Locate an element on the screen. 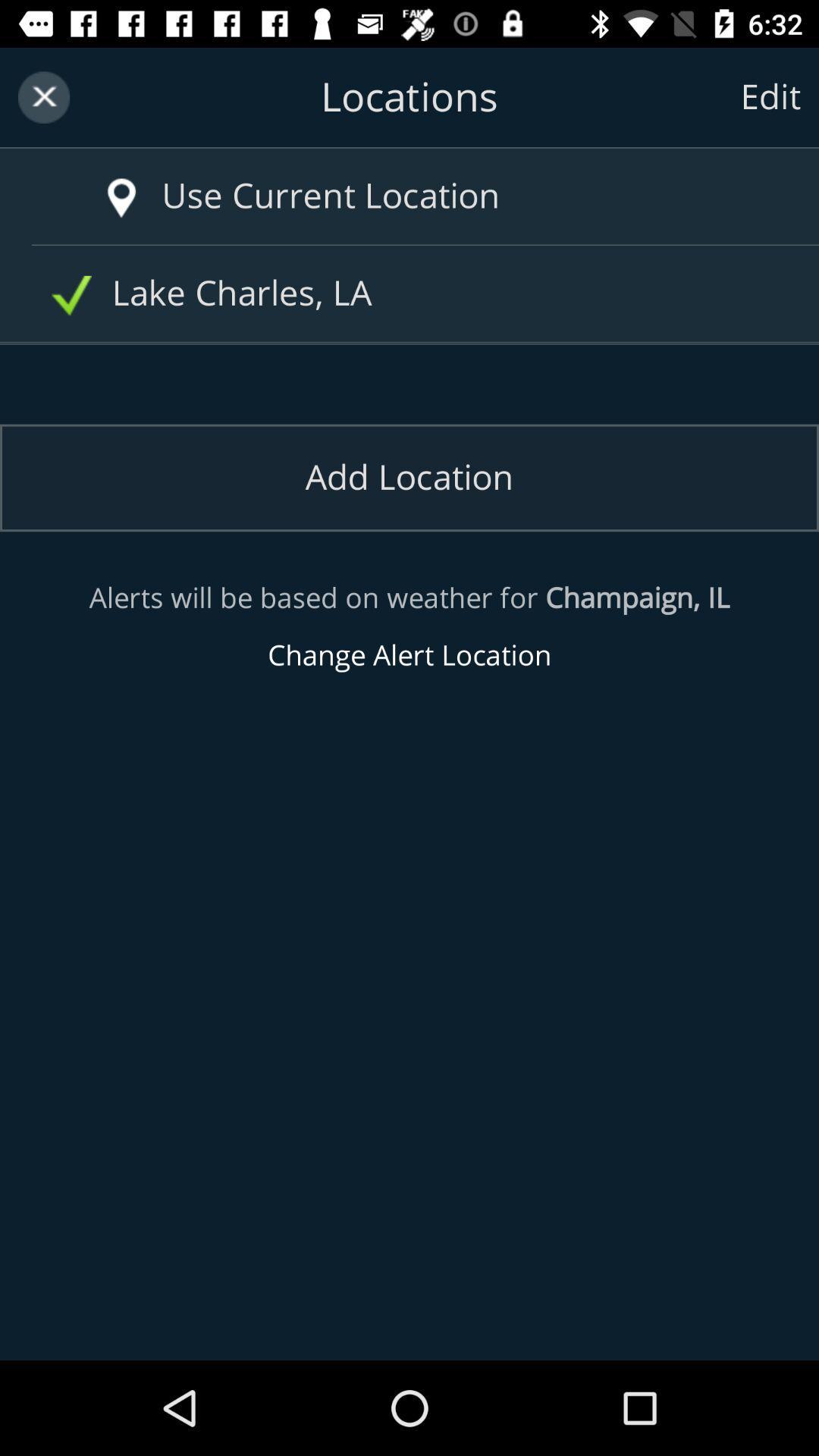  the text use current location is located at coordinates (441, 196).